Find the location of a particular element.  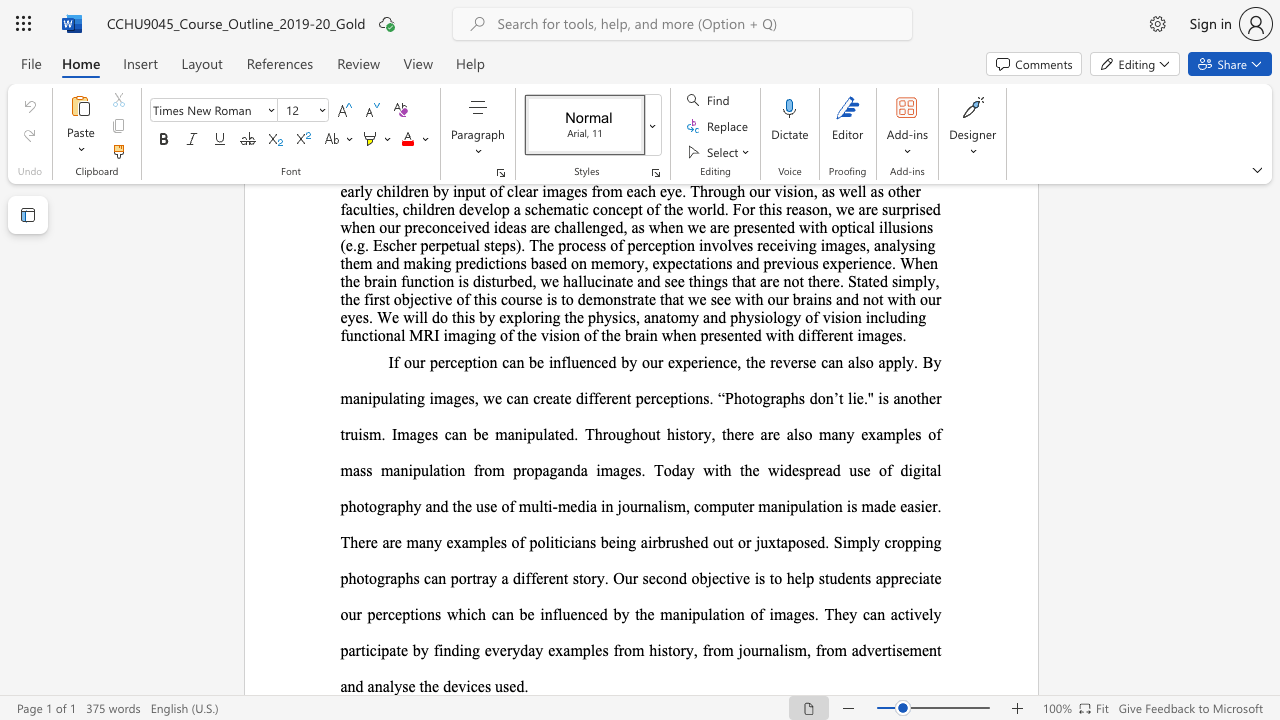

the subset text "cropping photographs can portray a different story. Our second objective is to help students appreciate our perceptions which can be influenced by the manipulation of ima" within the text "osed. Simply cropping photographs can portray a different story. Our second objective is to help students appreciate our perceptions which can be influenced by the manipulation of images. They can actively participate by finding everyday examples from history, from journalism, from advertisement and analyse the devices used." is located at coordinates (883, 542).